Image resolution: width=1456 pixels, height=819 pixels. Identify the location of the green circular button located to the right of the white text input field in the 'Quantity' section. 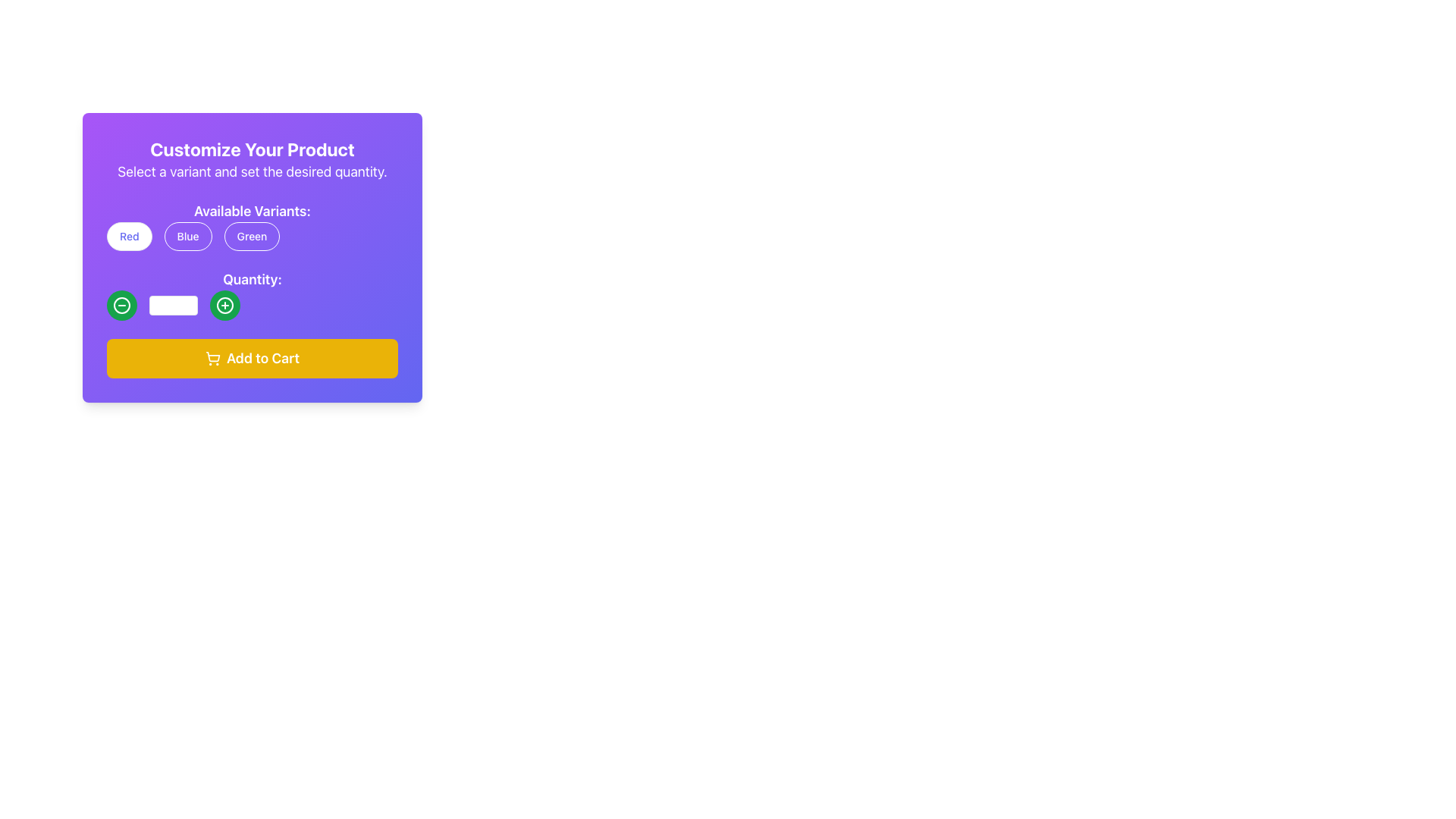
(224, 305).